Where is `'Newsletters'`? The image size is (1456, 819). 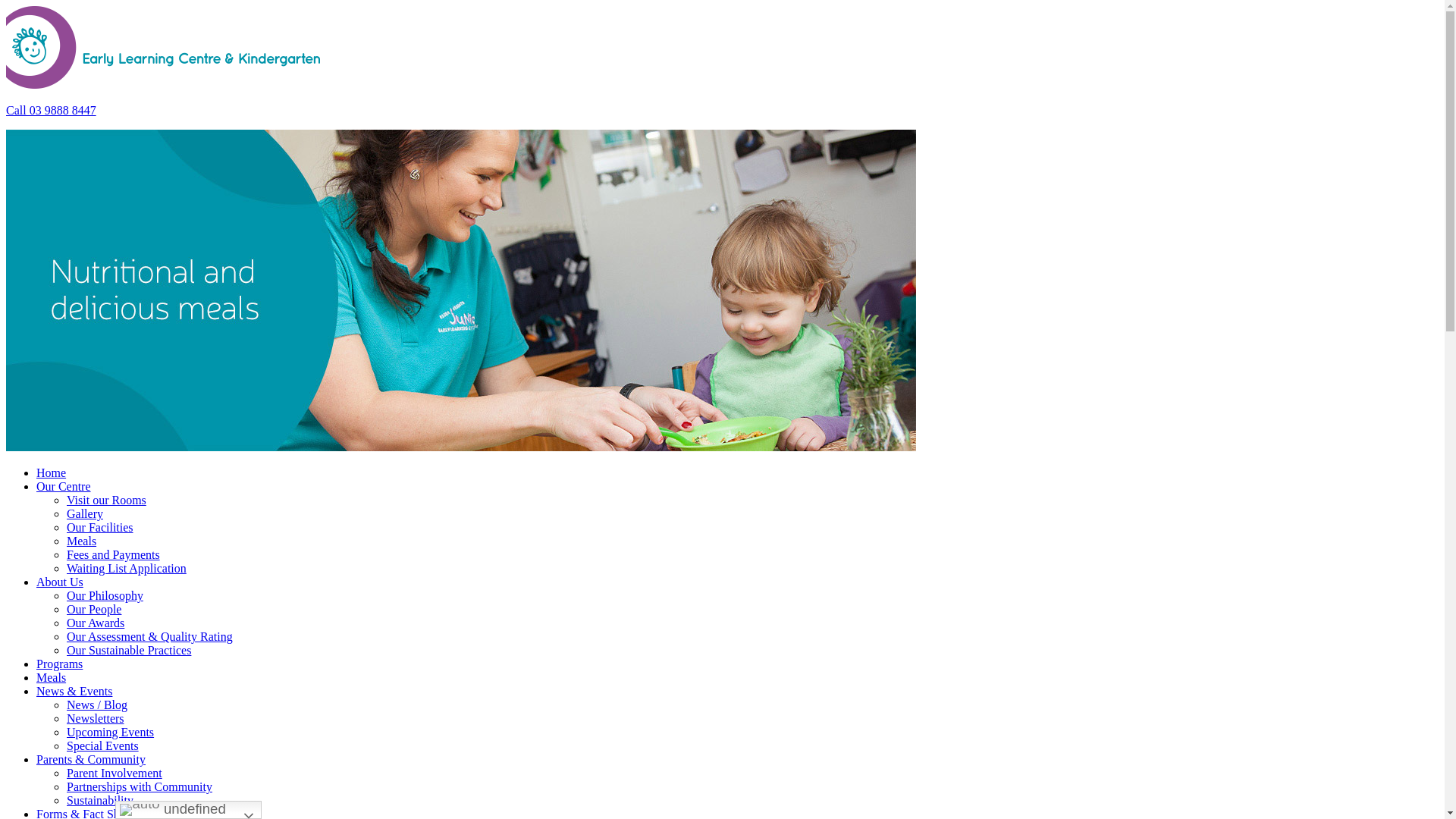 'Newsletters' is located at coordinates (94, 717).